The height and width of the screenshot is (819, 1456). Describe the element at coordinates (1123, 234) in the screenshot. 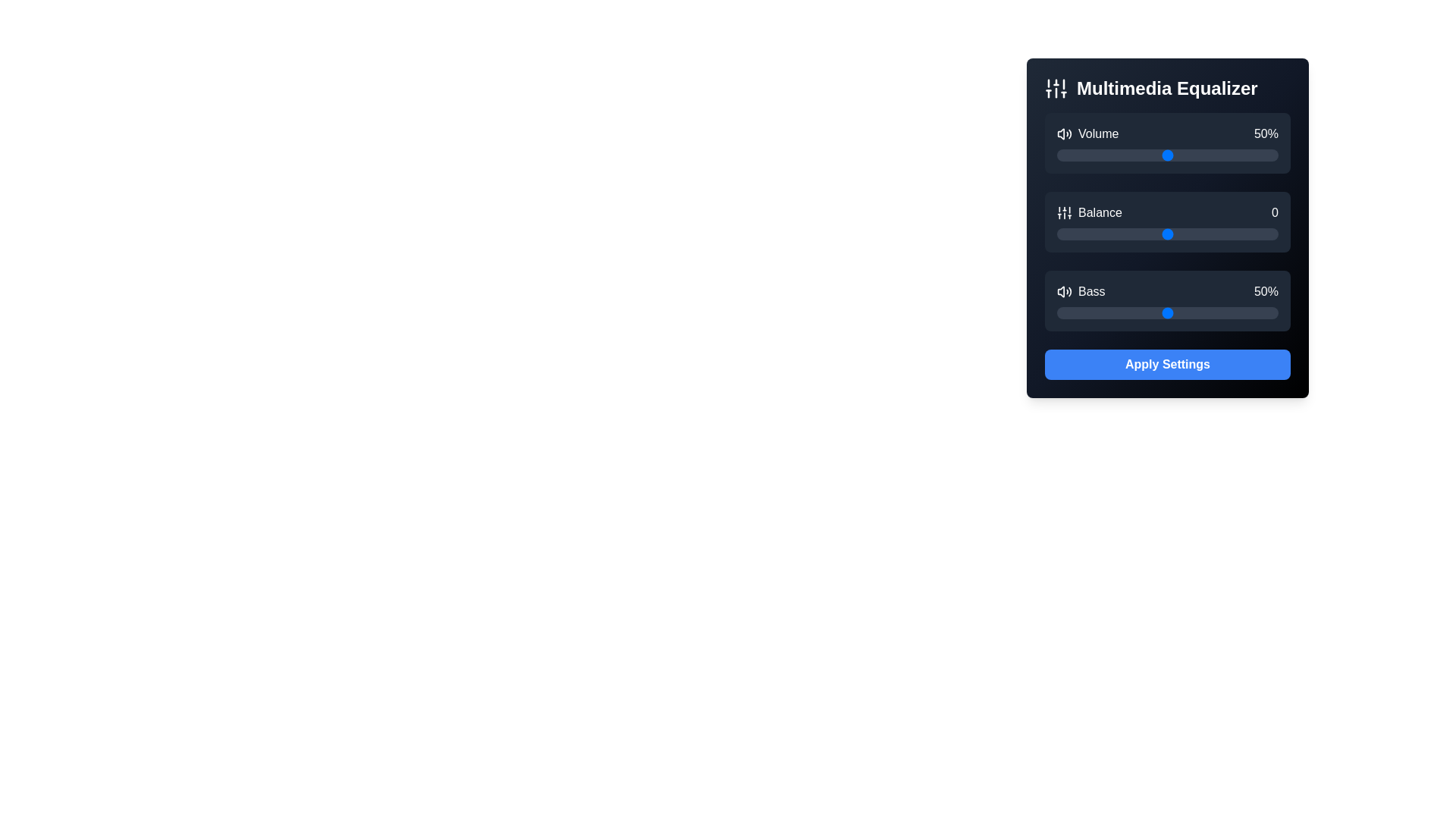

I see `the balance` at that location.